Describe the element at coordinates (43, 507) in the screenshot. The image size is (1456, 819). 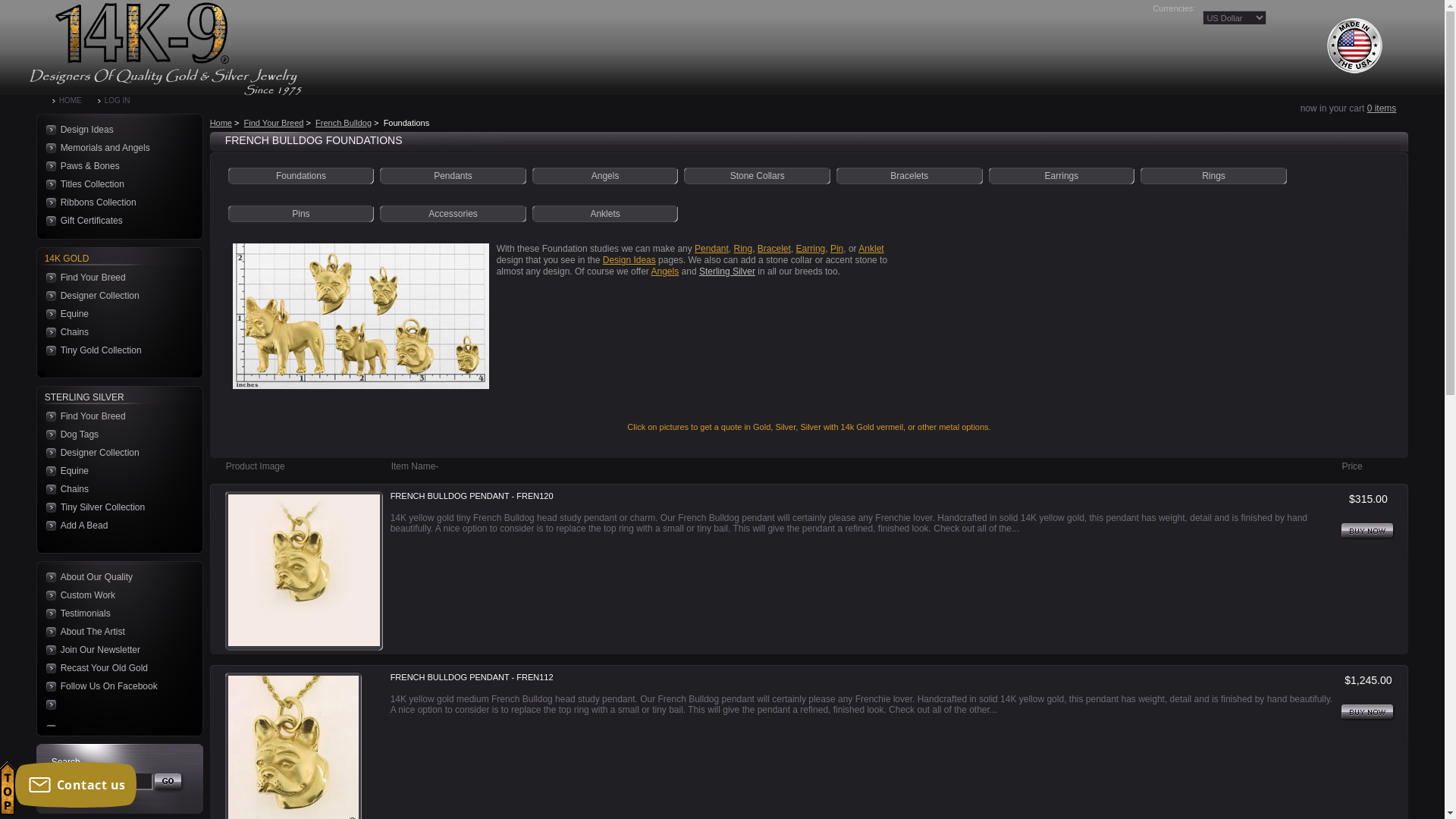
I see `'Tiny Silver Collection'` at that location.